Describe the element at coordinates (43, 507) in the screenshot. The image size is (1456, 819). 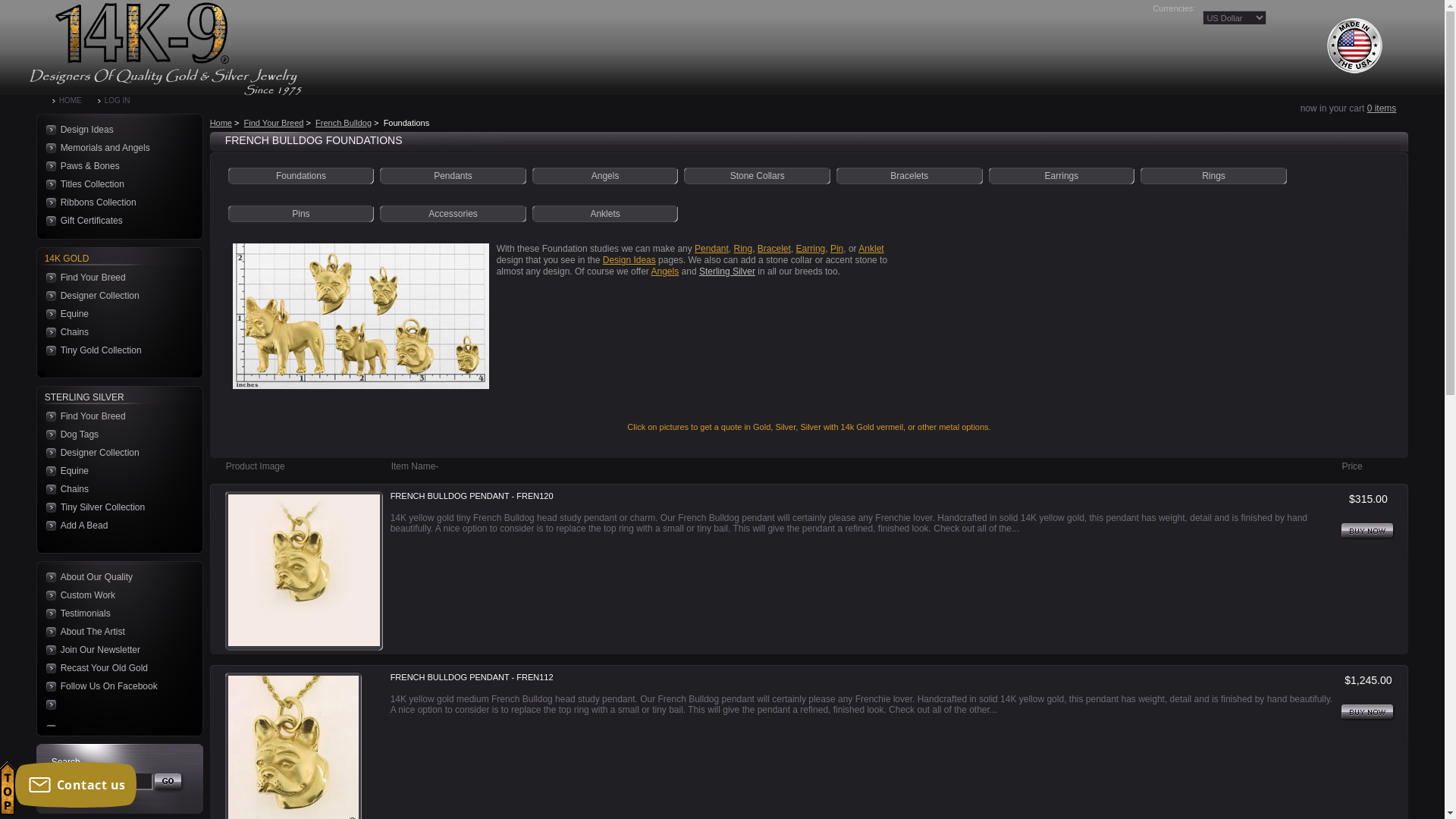
I see `'Tiny Silver Collection'` at that location.